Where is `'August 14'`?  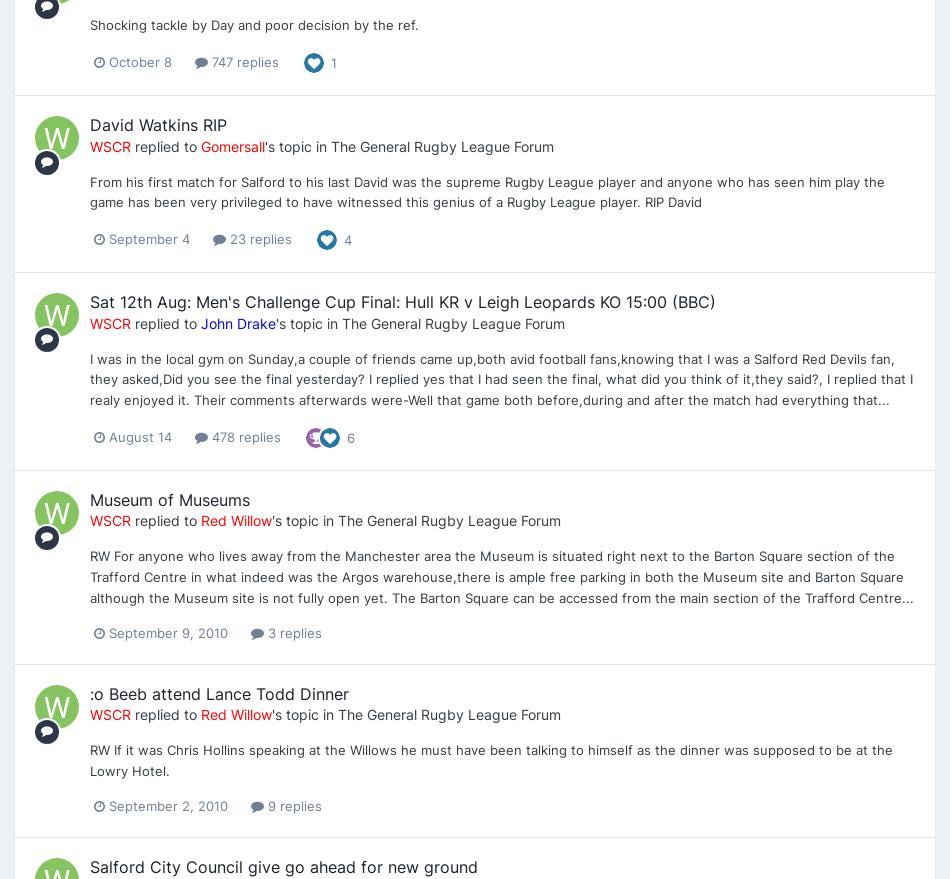
'August 14' is located at coordinates (140, 436).